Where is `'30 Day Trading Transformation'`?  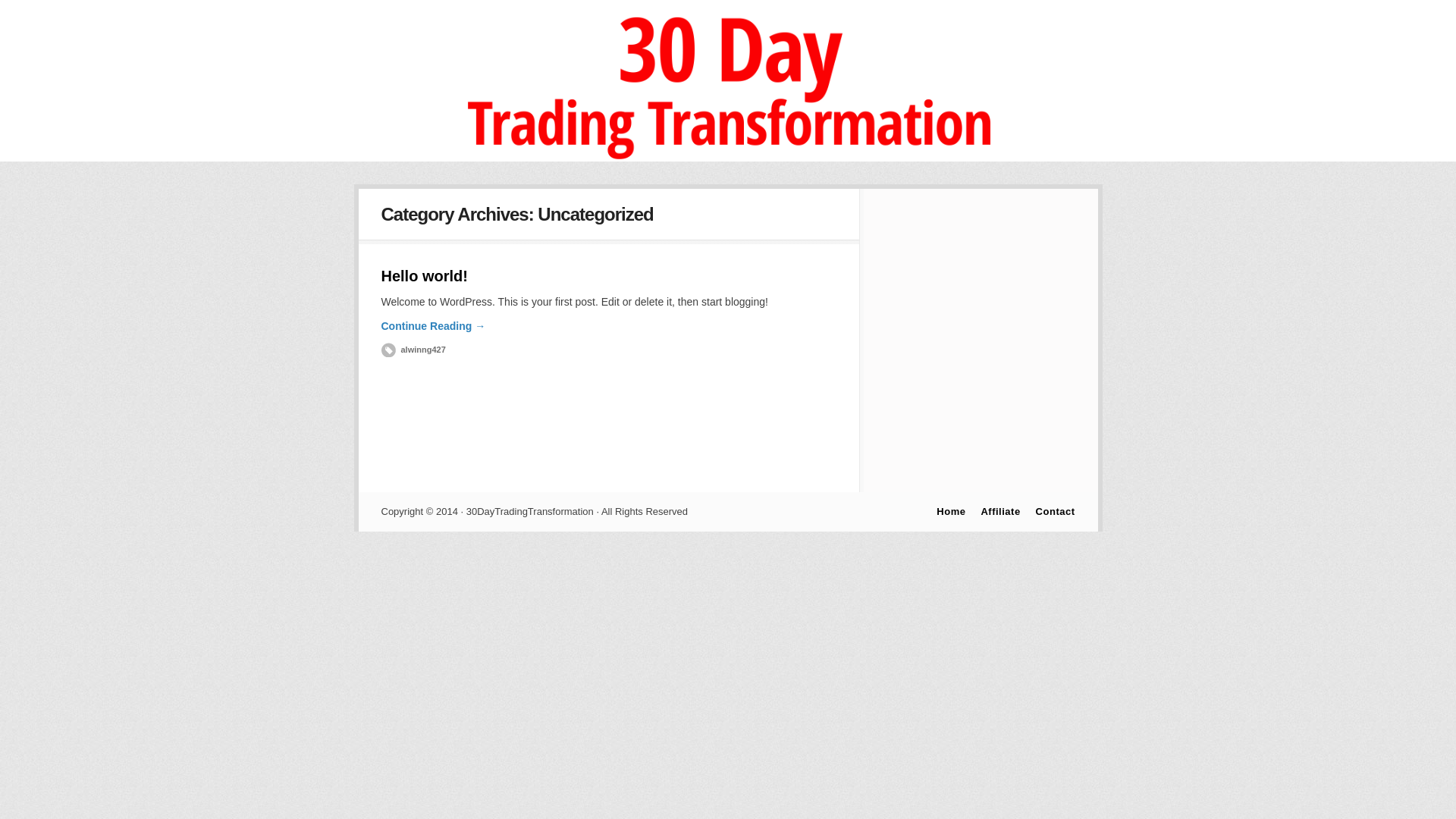
'30 Day Trading Transformation' is located at coordinates (436, 158).